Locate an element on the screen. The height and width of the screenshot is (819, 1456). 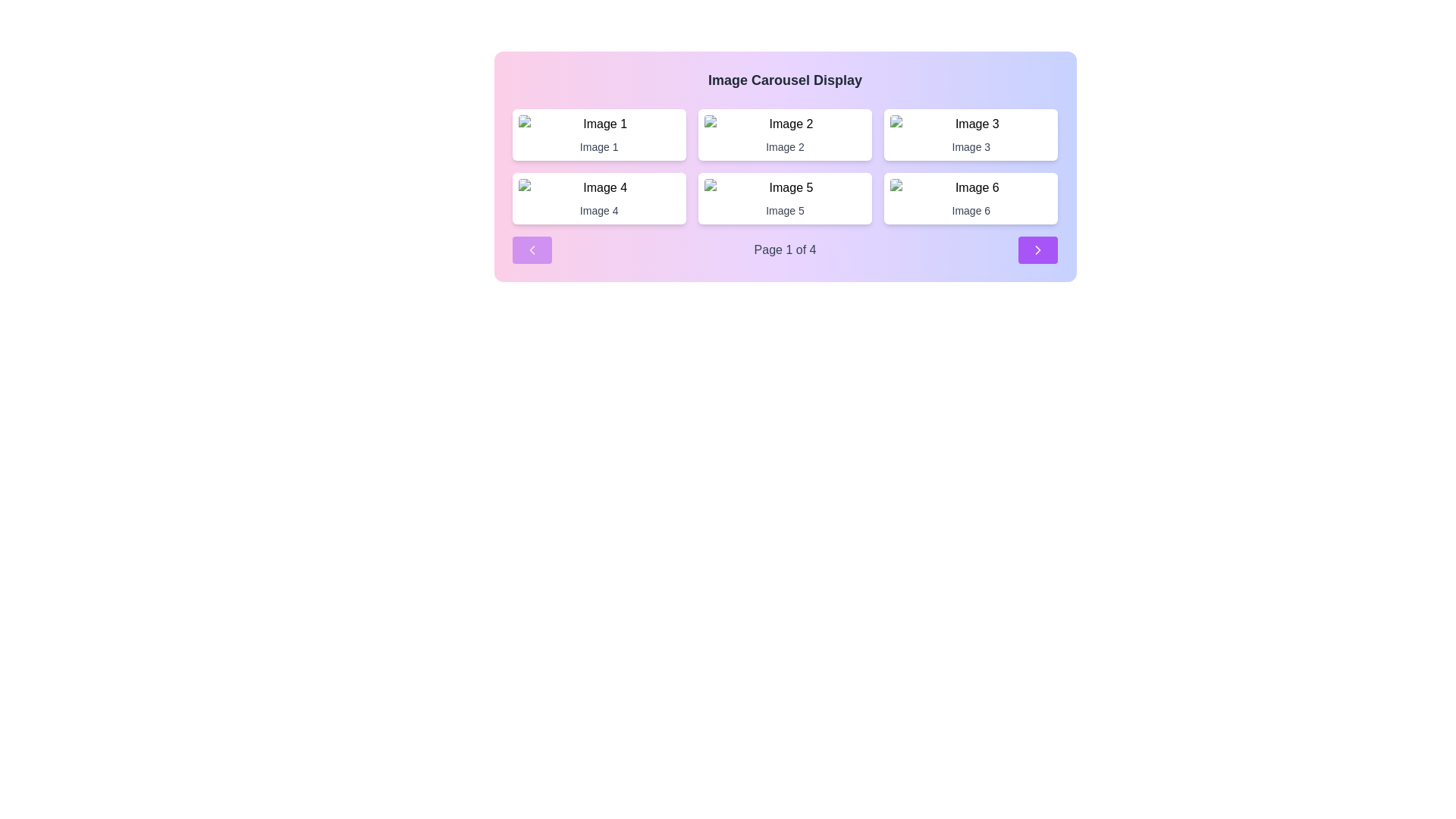
the image in the second row, first column of the carousel that has the label 'Image 4' is located at coordinates (598, 187).